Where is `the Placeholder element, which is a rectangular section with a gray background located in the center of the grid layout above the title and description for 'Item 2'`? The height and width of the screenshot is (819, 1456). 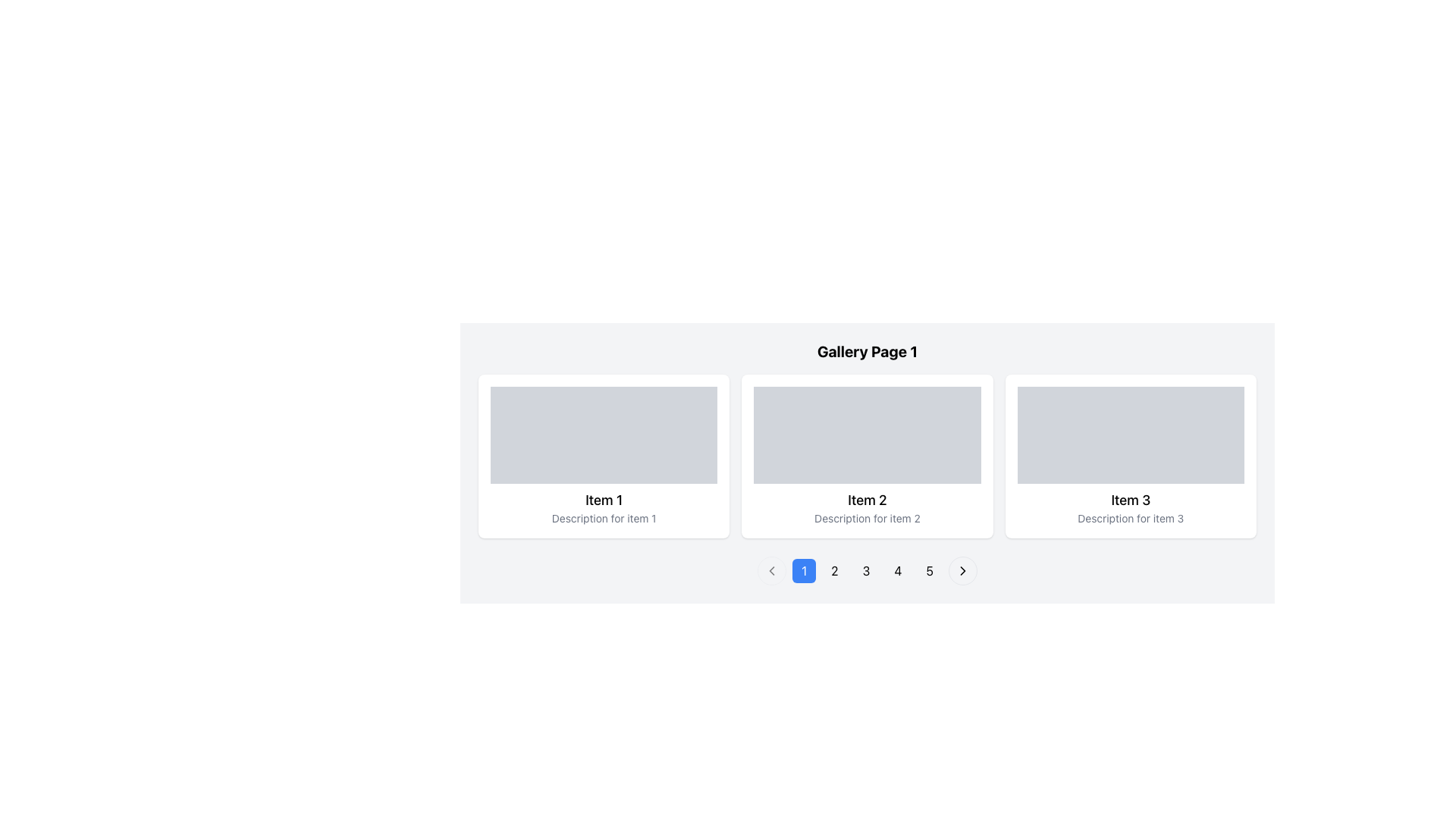 the Placeholder element, which is a rectangular section with a gray background located in the center of the grid layout above the title and description for 'Item 2' is located at coordinates (867, 435).